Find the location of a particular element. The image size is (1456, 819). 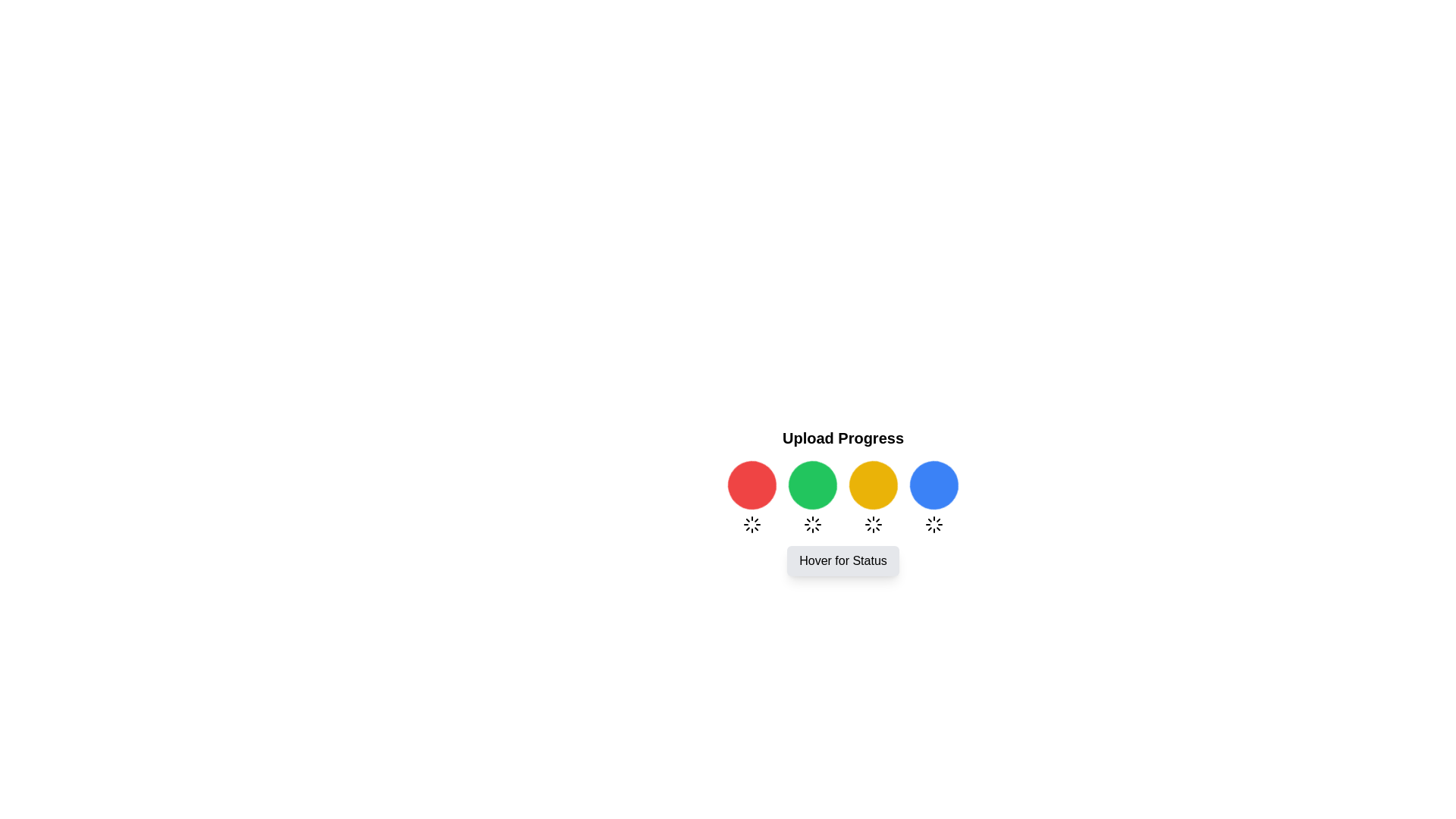

the circular loader icon located at the center of the interface, which is styled with thin, geometric strokes and resembles a spinning loader is located at coordinates (874, 523).